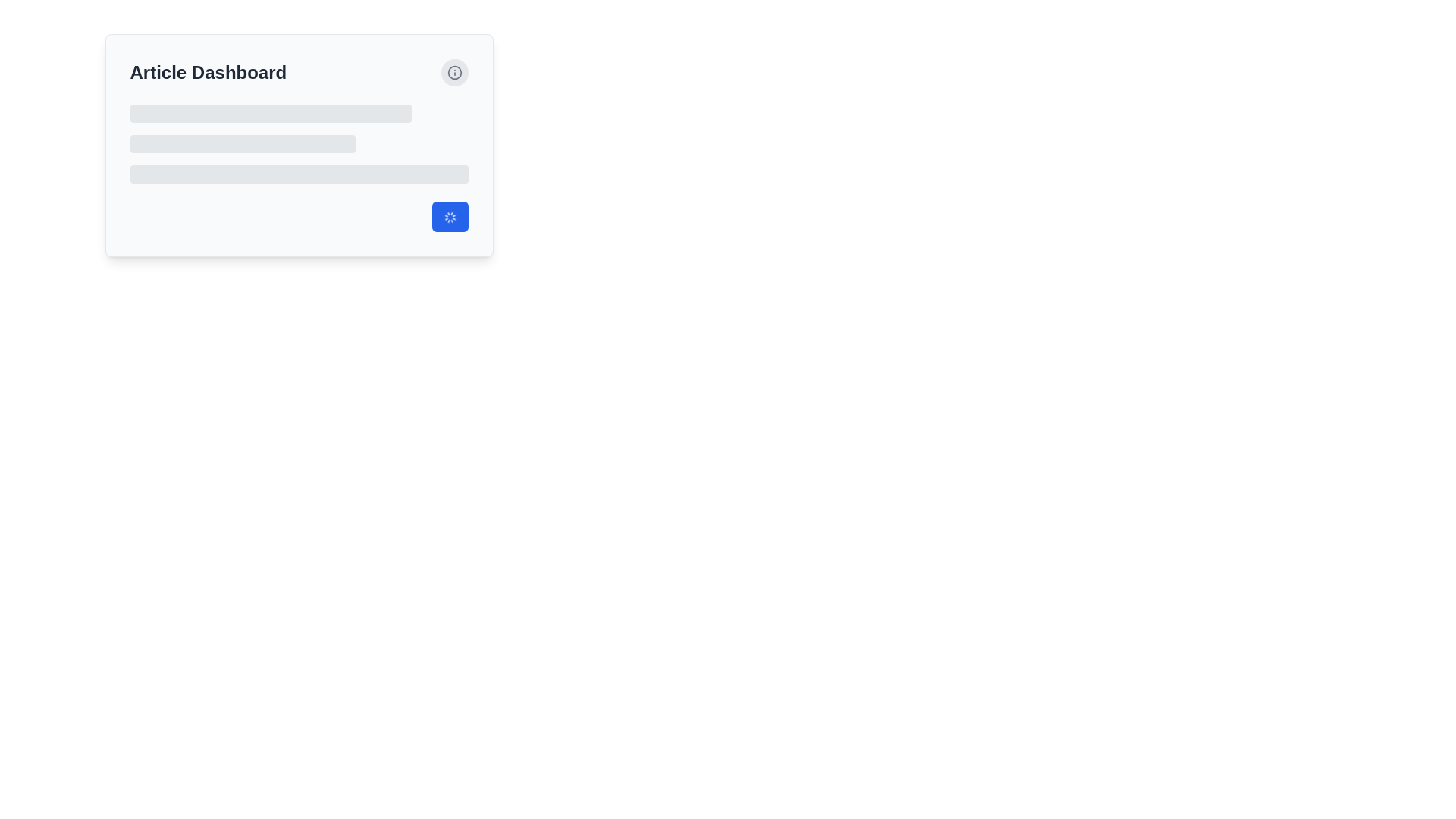  I want to click on the circular button with an information icon located to the right of the 'Article Dashboard' label to trigger a visual change, so click(453, 73).